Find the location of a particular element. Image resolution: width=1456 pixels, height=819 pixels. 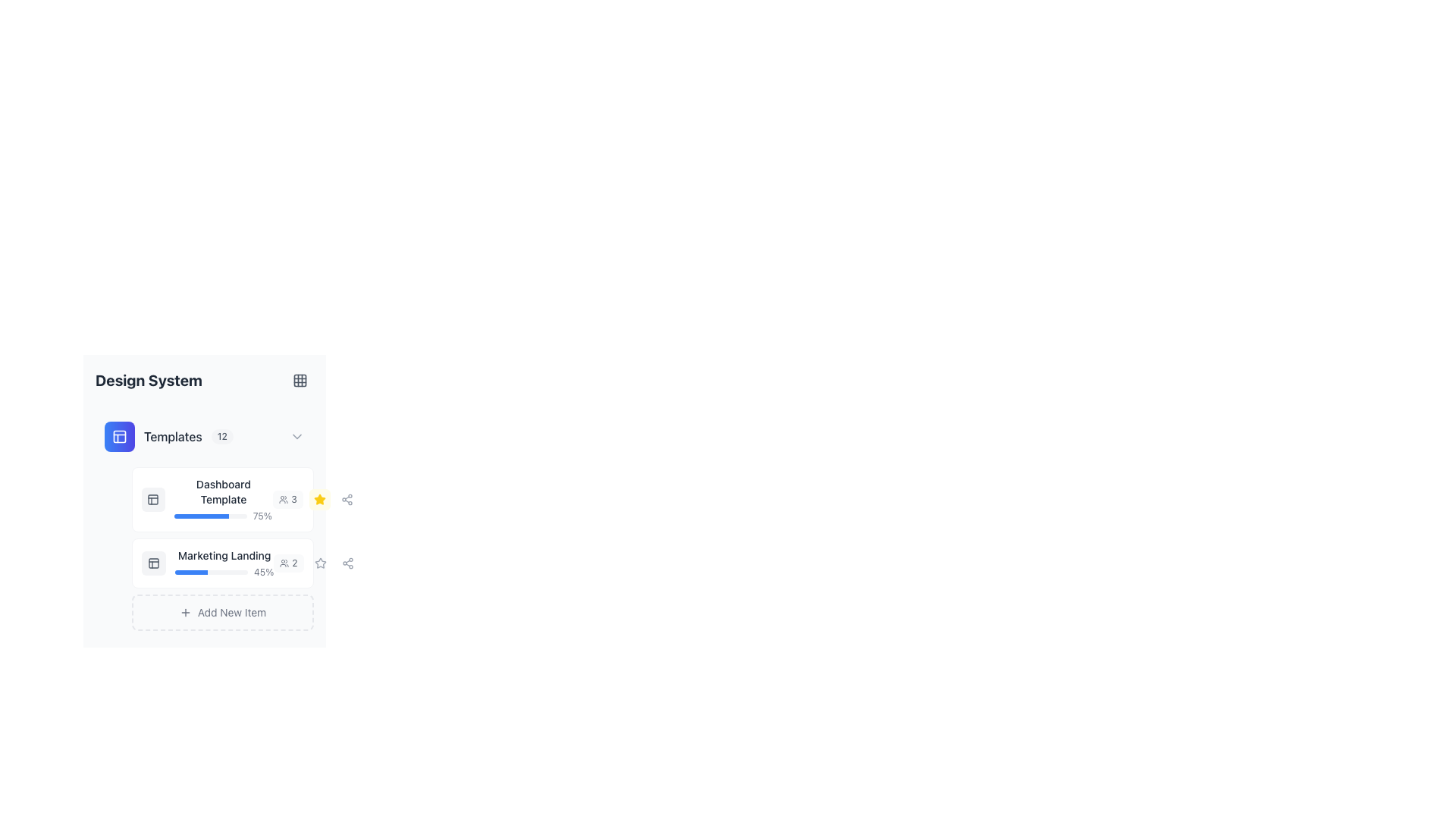

the text label displaying '75%' which is positioned to the right of the progress bar, indicating a percentage is located at coordinates (262, 516).